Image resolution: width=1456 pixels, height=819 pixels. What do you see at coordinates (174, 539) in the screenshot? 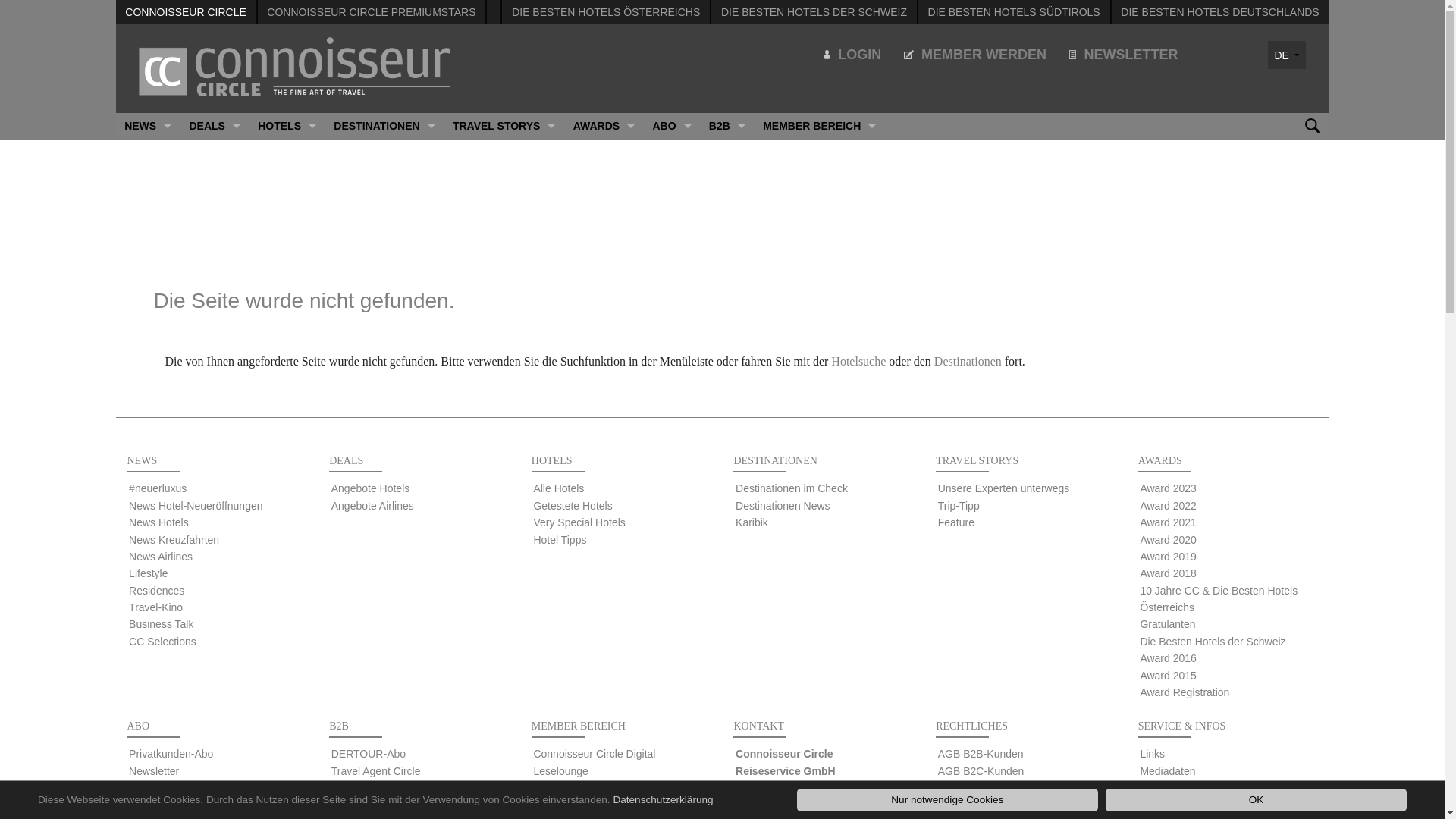
I see `'News Kreuzfahrten'` at bounding box center [174, 539].